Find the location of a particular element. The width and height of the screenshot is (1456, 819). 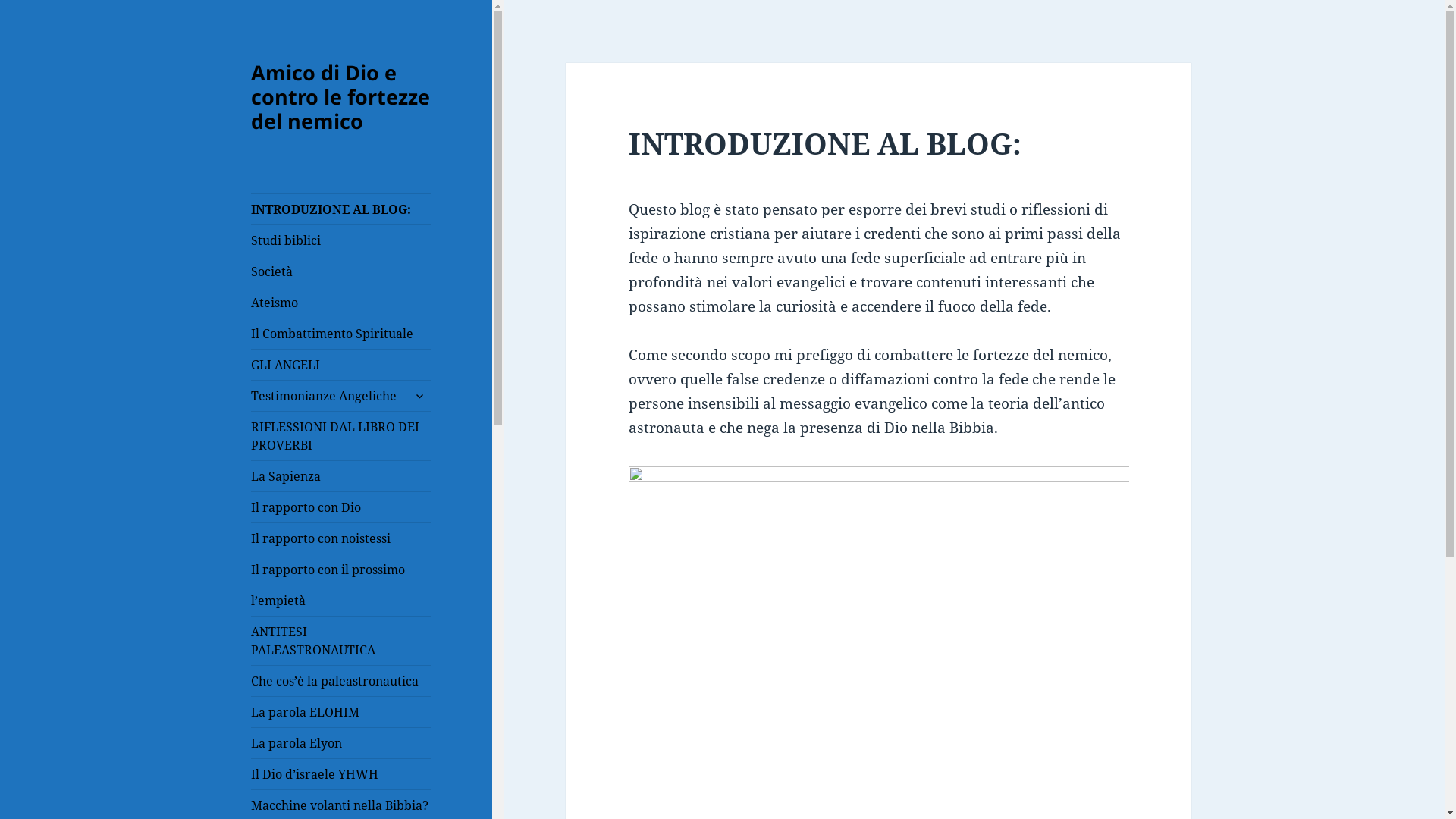

'ANTITESI PALEASTRONAUTICA' is located at coordinates (340, 640).